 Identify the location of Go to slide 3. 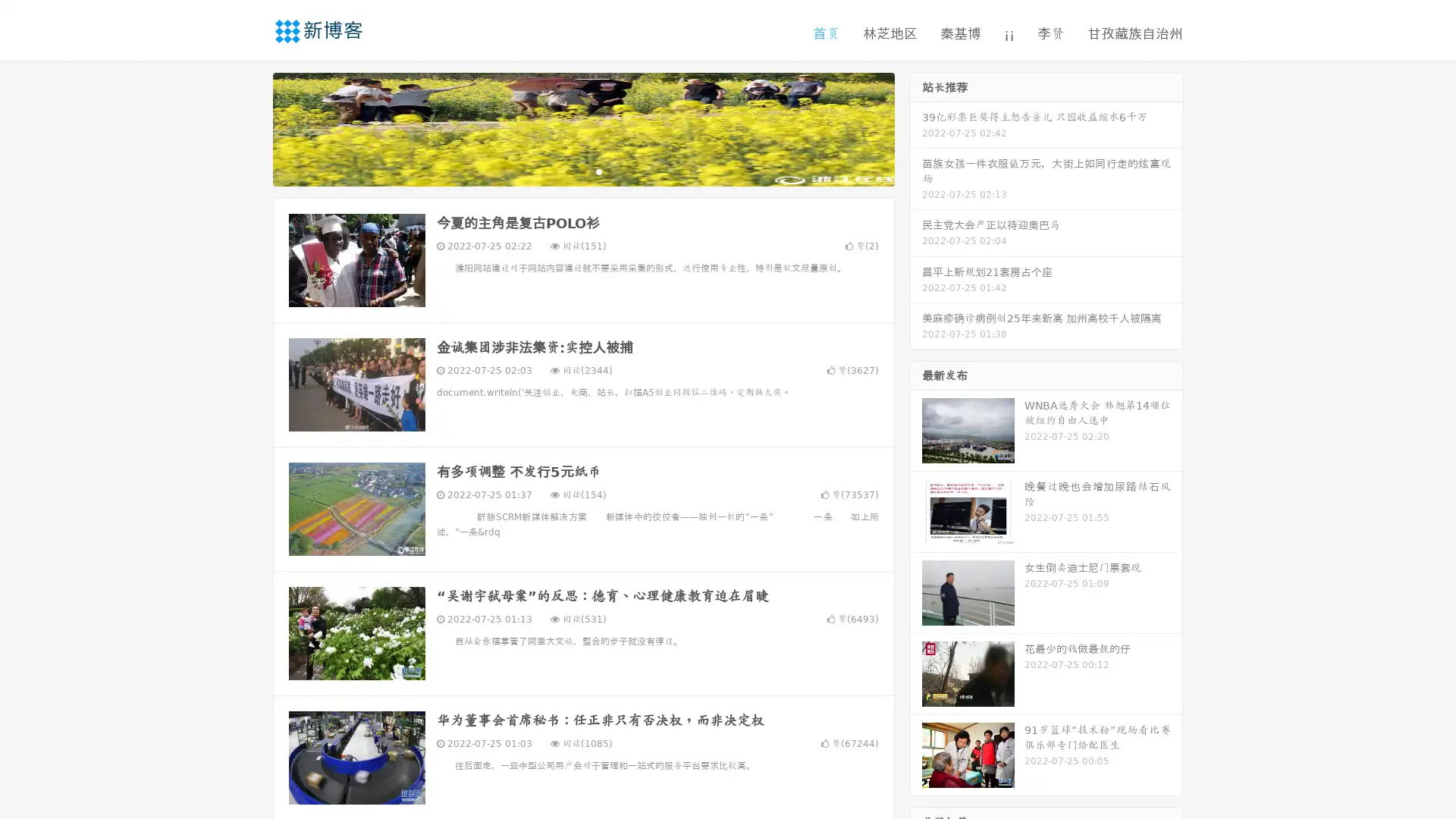
(598, 171).